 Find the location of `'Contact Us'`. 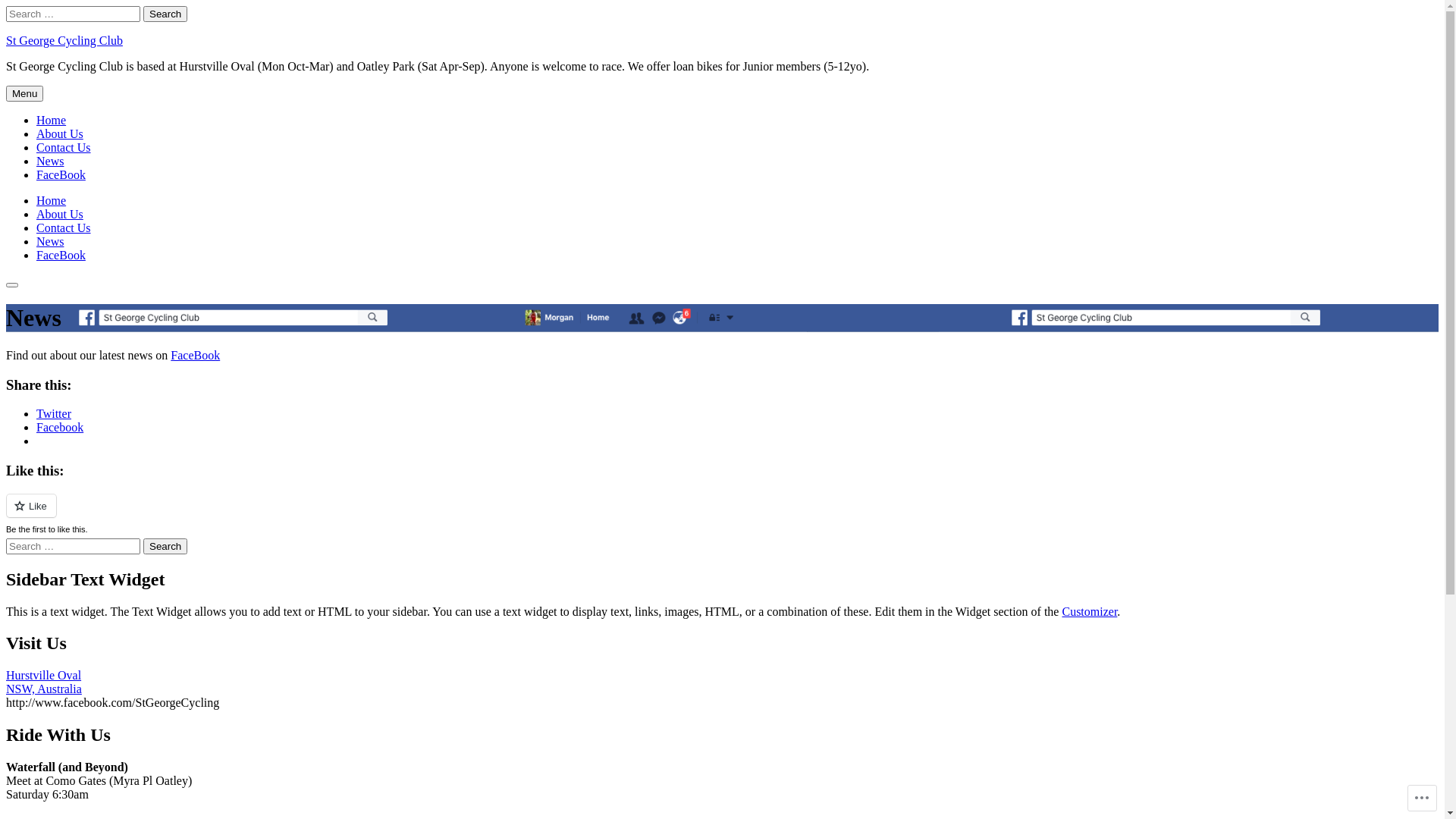

'Contact Us' is located at coordinates (62, 227).